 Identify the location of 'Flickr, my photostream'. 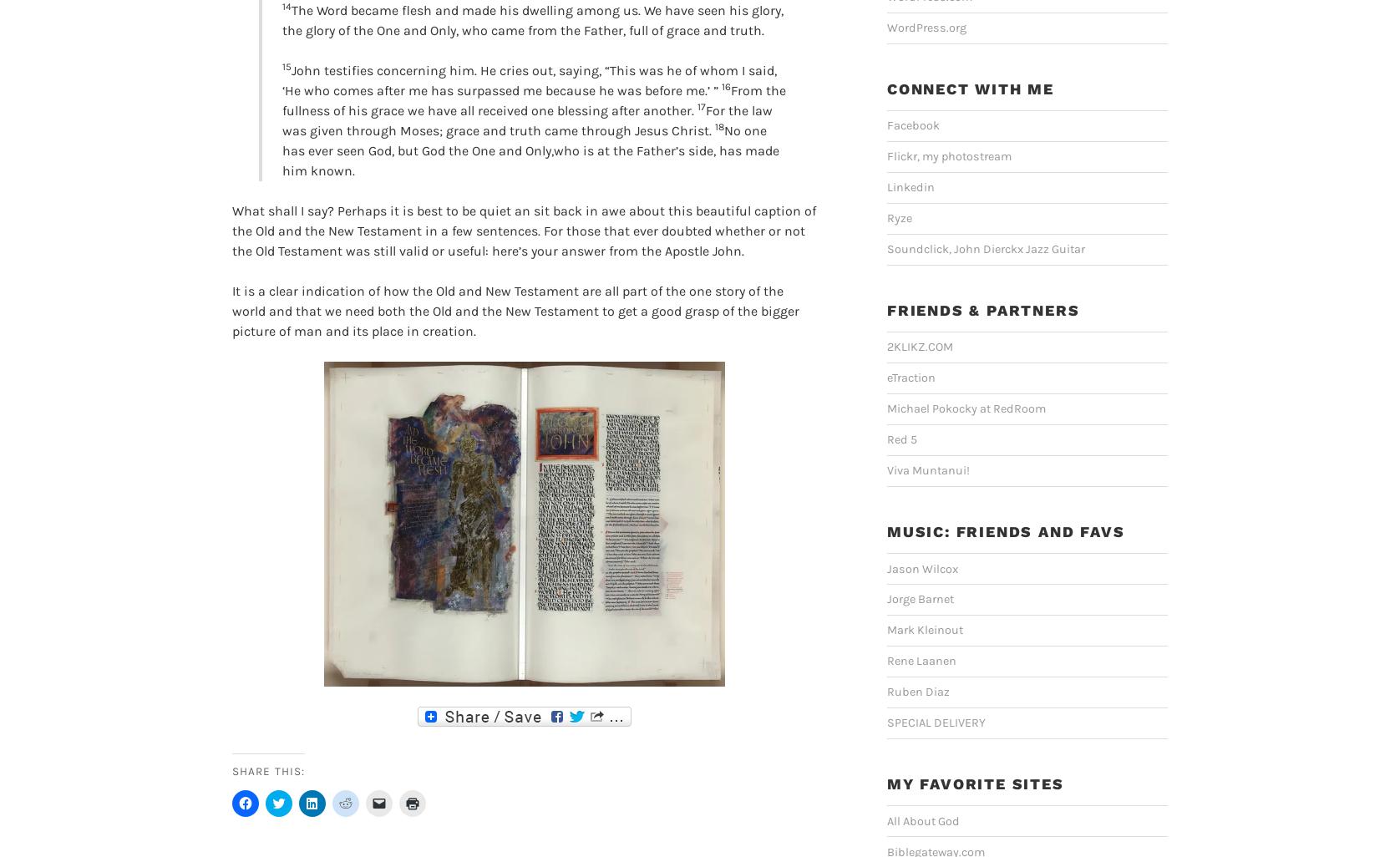
(948, 155).